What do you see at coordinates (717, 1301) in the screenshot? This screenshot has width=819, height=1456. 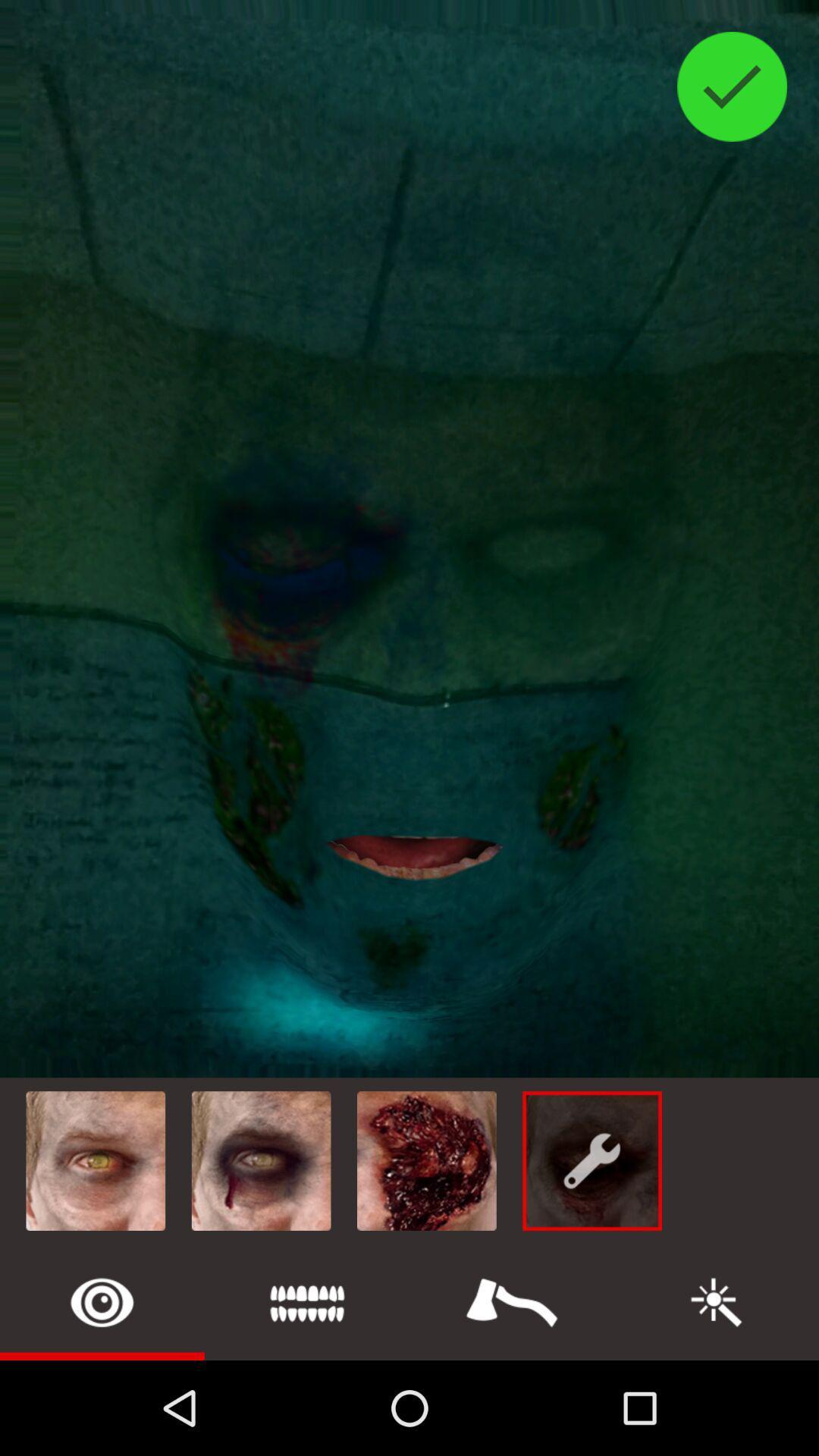 I see `increase brightness` at bounding box center [717, 1301].